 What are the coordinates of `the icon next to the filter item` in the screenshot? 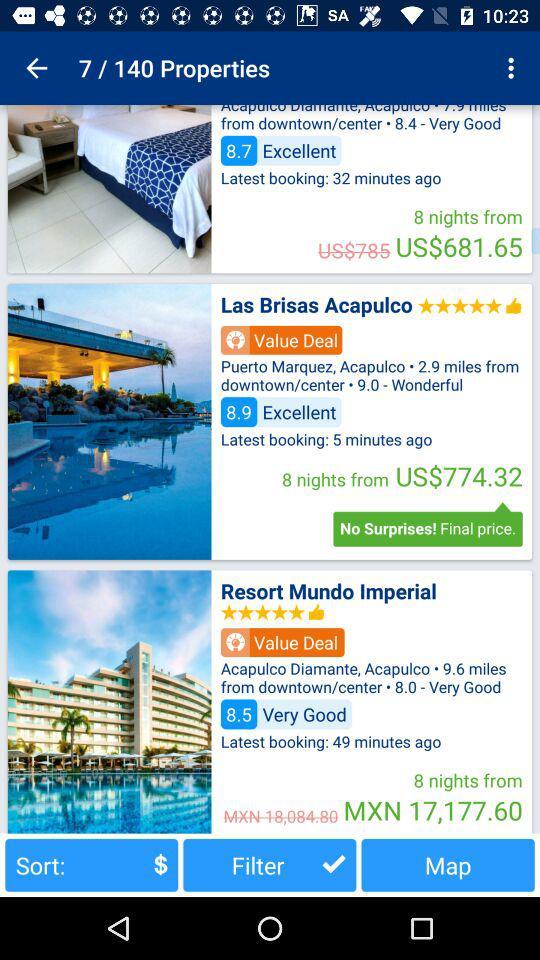 It's located at (90, 864).